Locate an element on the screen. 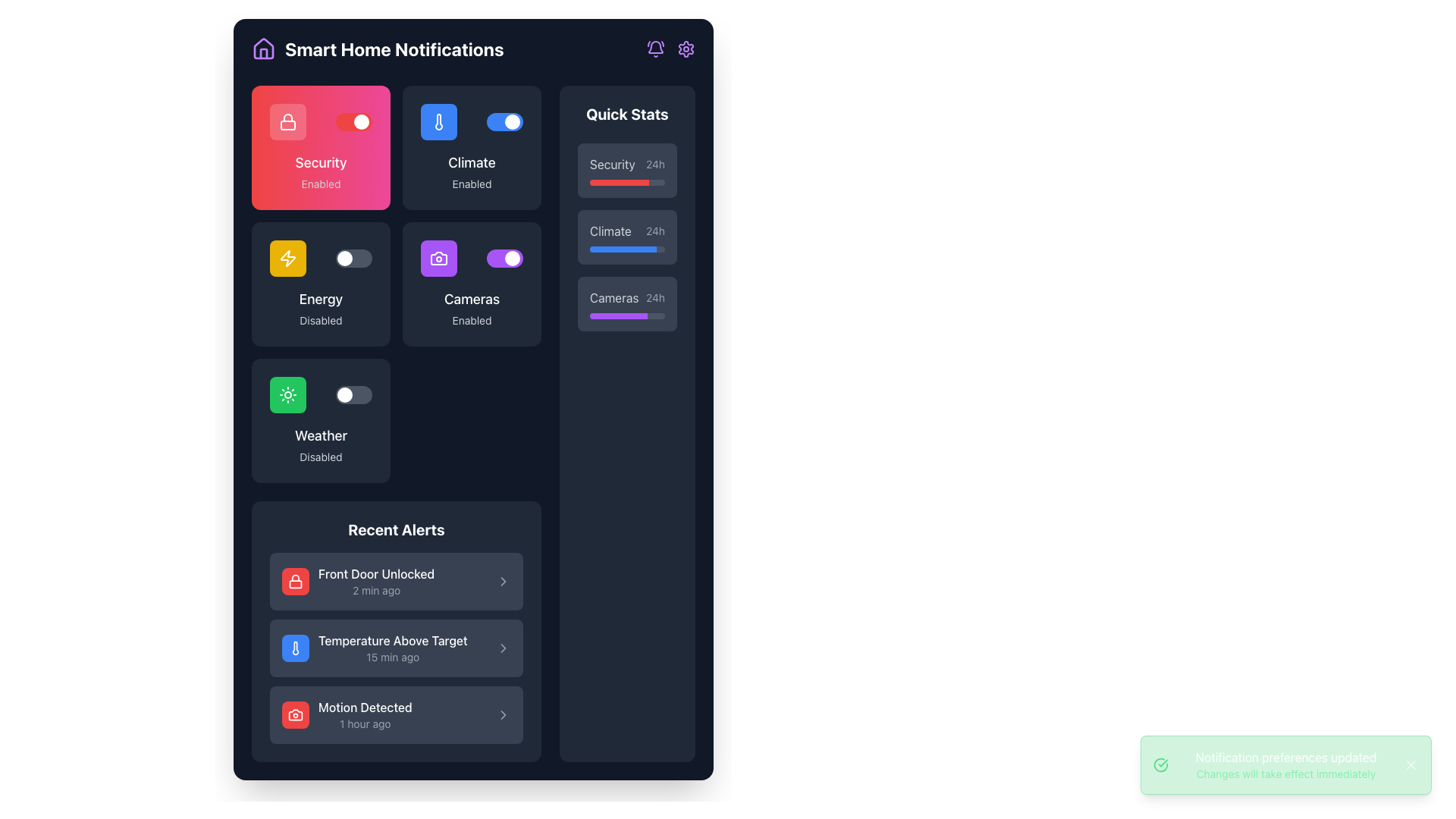 This screenshot has height=819, width=1456. the text label displaying 'Front Door Unlocked' in white font within the 'Recent Alerts' section, which is positioned at the bottom of the layout is located at coordinates (376, 573).